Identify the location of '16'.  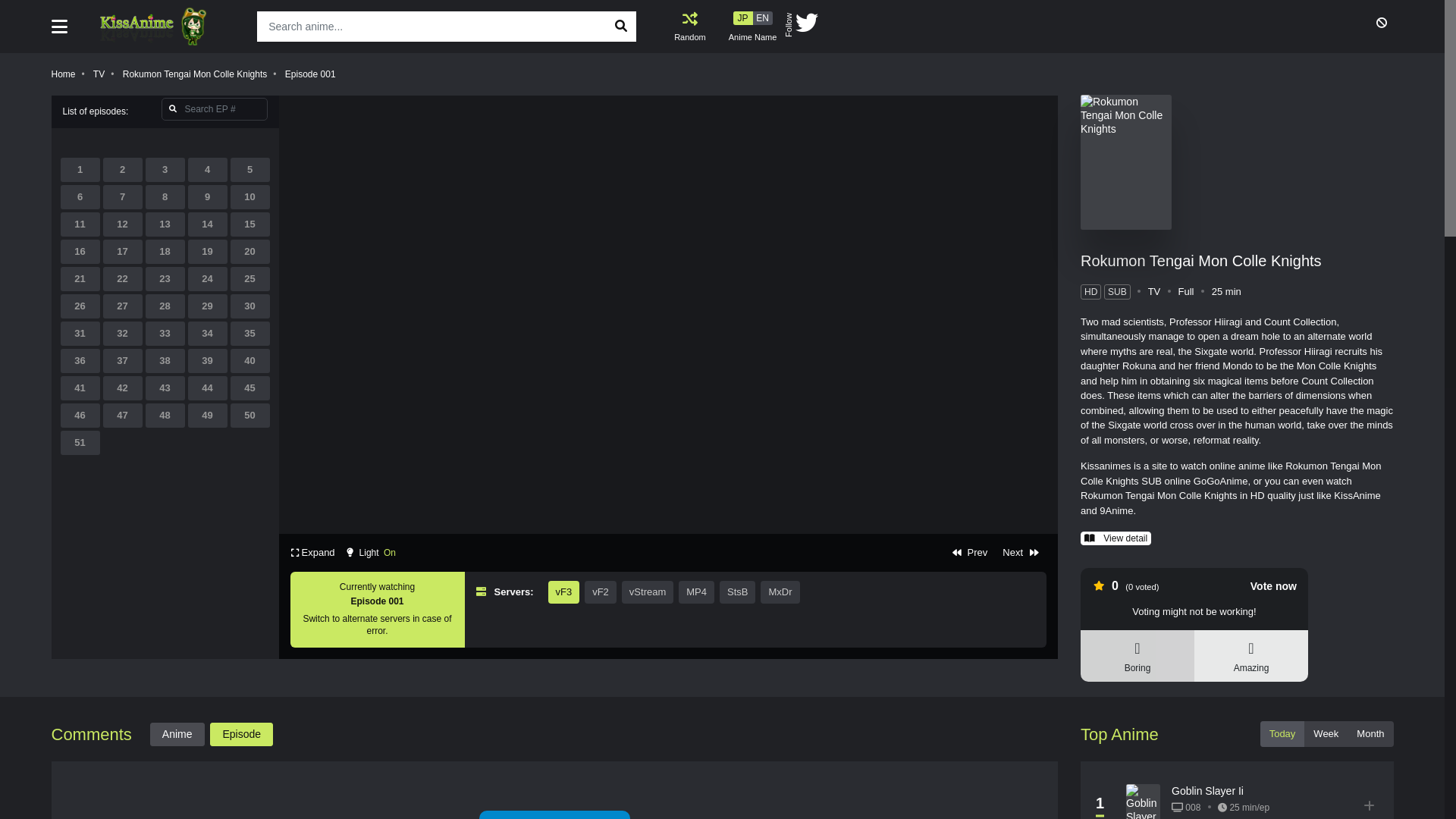
(61, 250).